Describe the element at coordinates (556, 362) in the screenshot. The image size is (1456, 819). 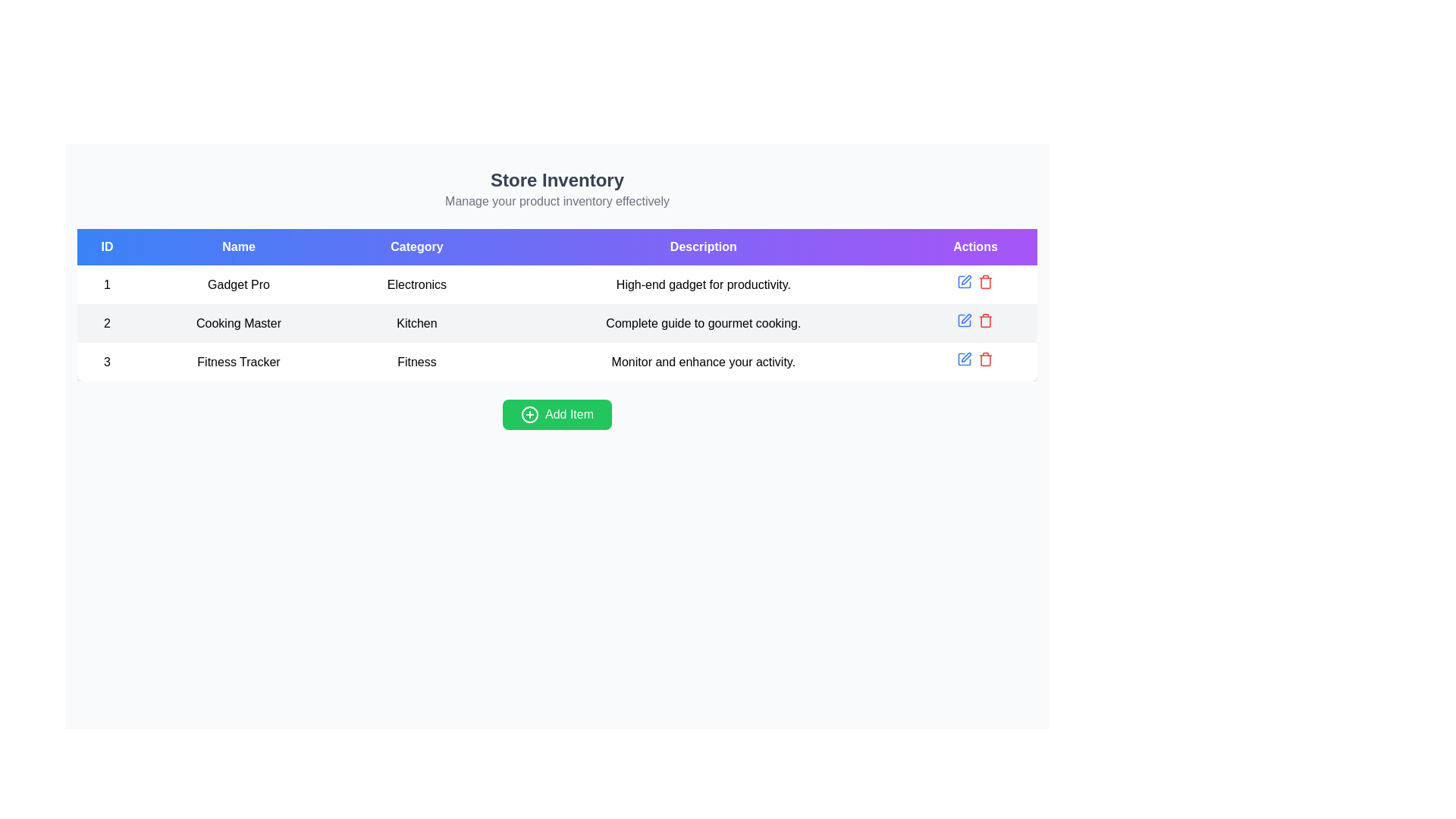
I see `the third row in the table which contains the identifier '3', name 'Fitness Tracker', category 'Fitness', and description 'Monitor and enhance your activity.' for visual feedback` at that location.